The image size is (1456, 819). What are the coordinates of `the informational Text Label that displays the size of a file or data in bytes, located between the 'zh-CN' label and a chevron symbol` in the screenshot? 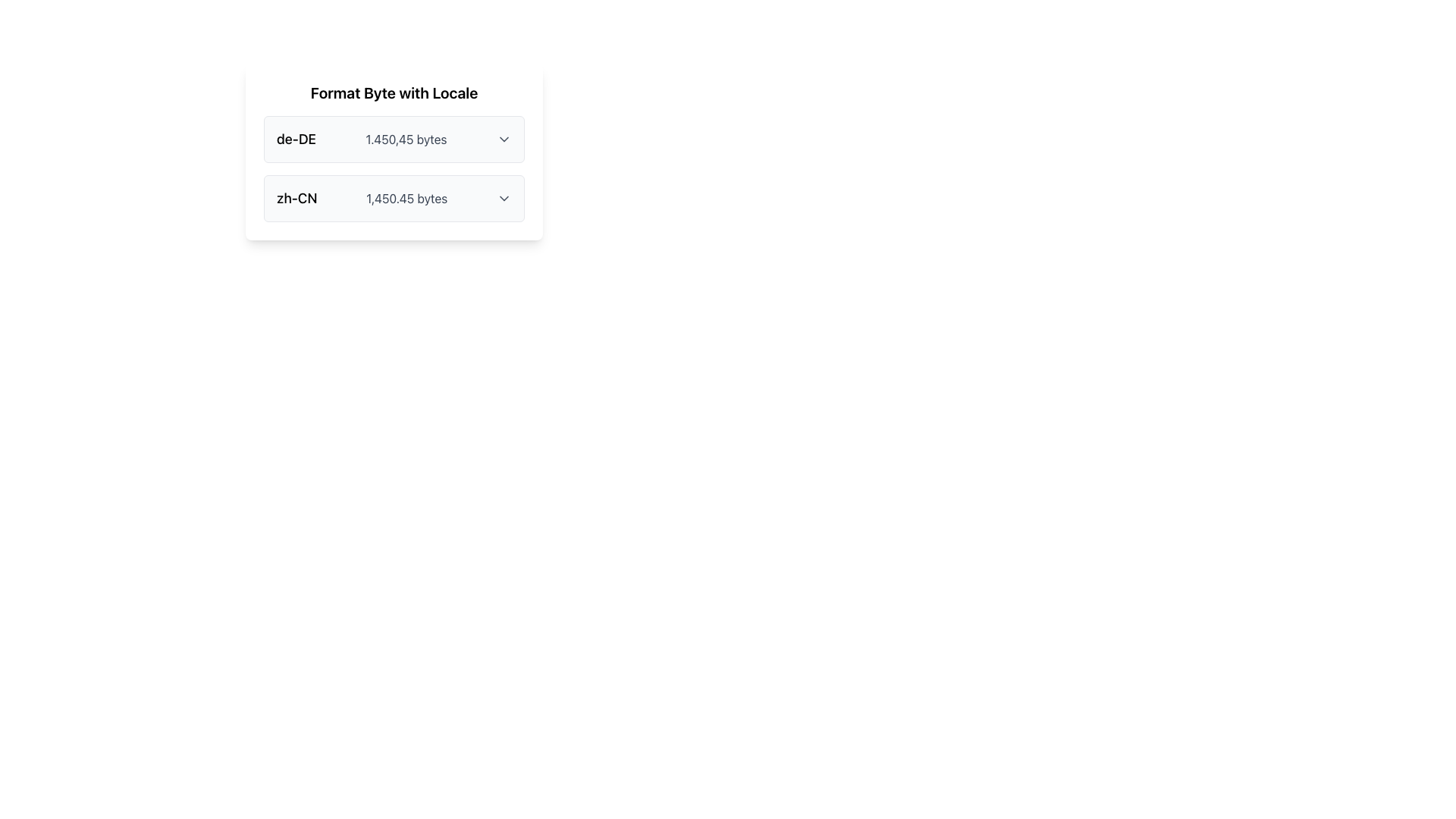 It's located at (406, 198).